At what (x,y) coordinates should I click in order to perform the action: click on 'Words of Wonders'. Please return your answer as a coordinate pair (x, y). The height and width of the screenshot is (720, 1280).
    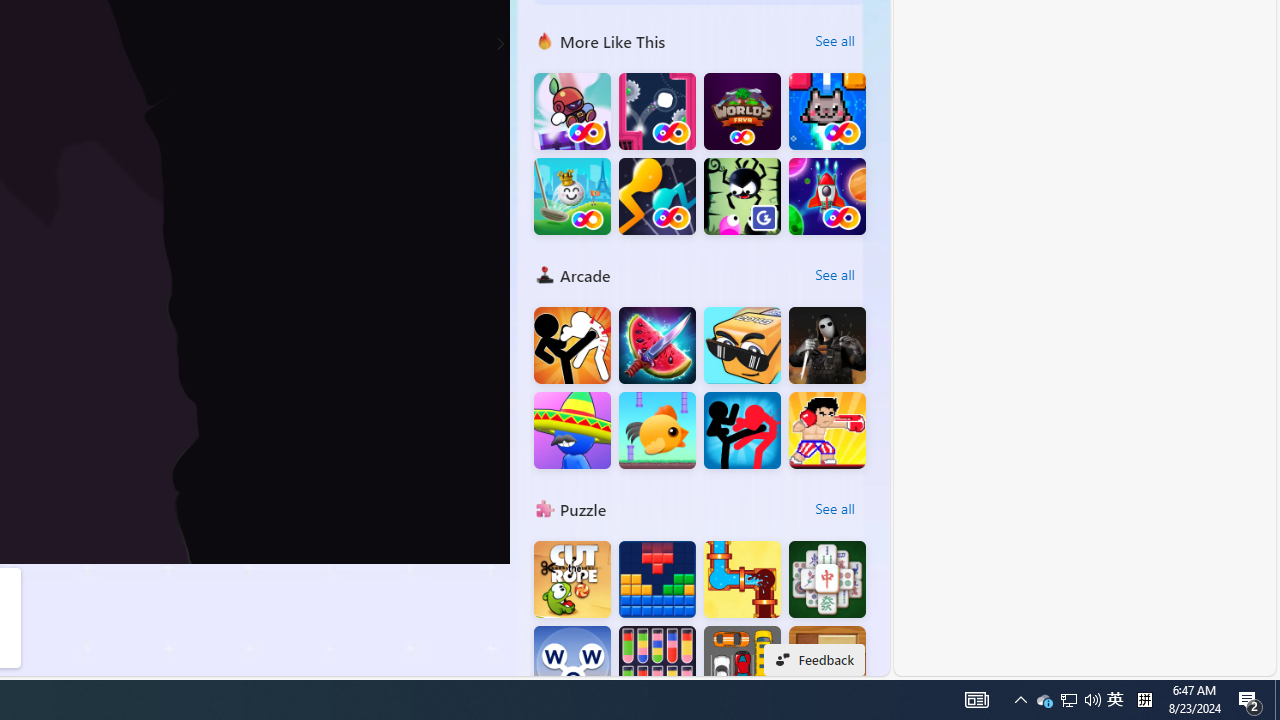
    Looking at the image, I should click on (571, 664).